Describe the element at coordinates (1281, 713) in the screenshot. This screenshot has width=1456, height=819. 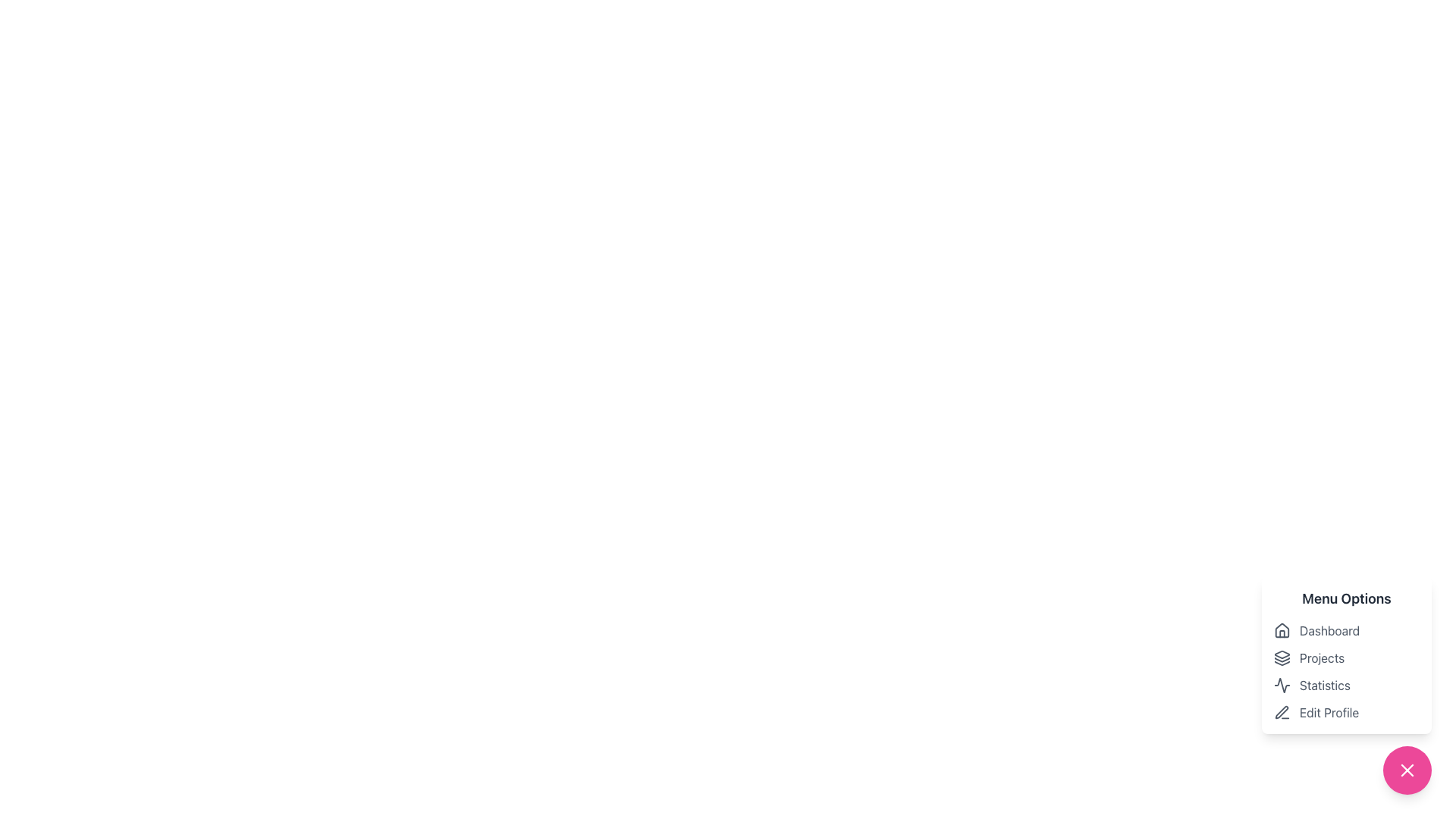
I see `the 'Edit Profile' icon located in the vertical menu on the right side of the interface, preceding the label 'Edit Profile'` at that location.